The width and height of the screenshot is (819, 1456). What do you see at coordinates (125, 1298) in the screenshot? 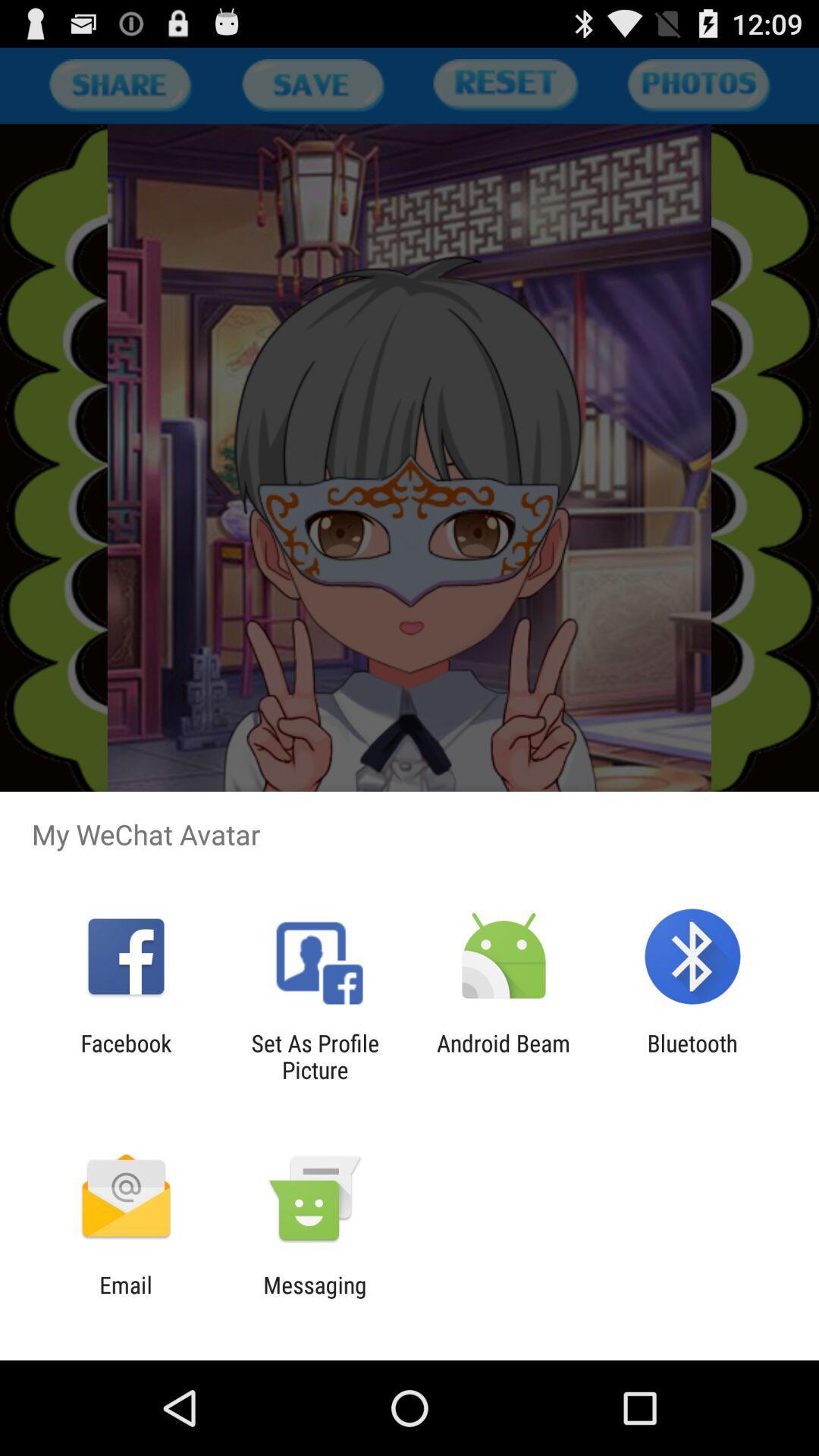
I see `the icon next to the messaging icon` at bounding box center [125, 1298].